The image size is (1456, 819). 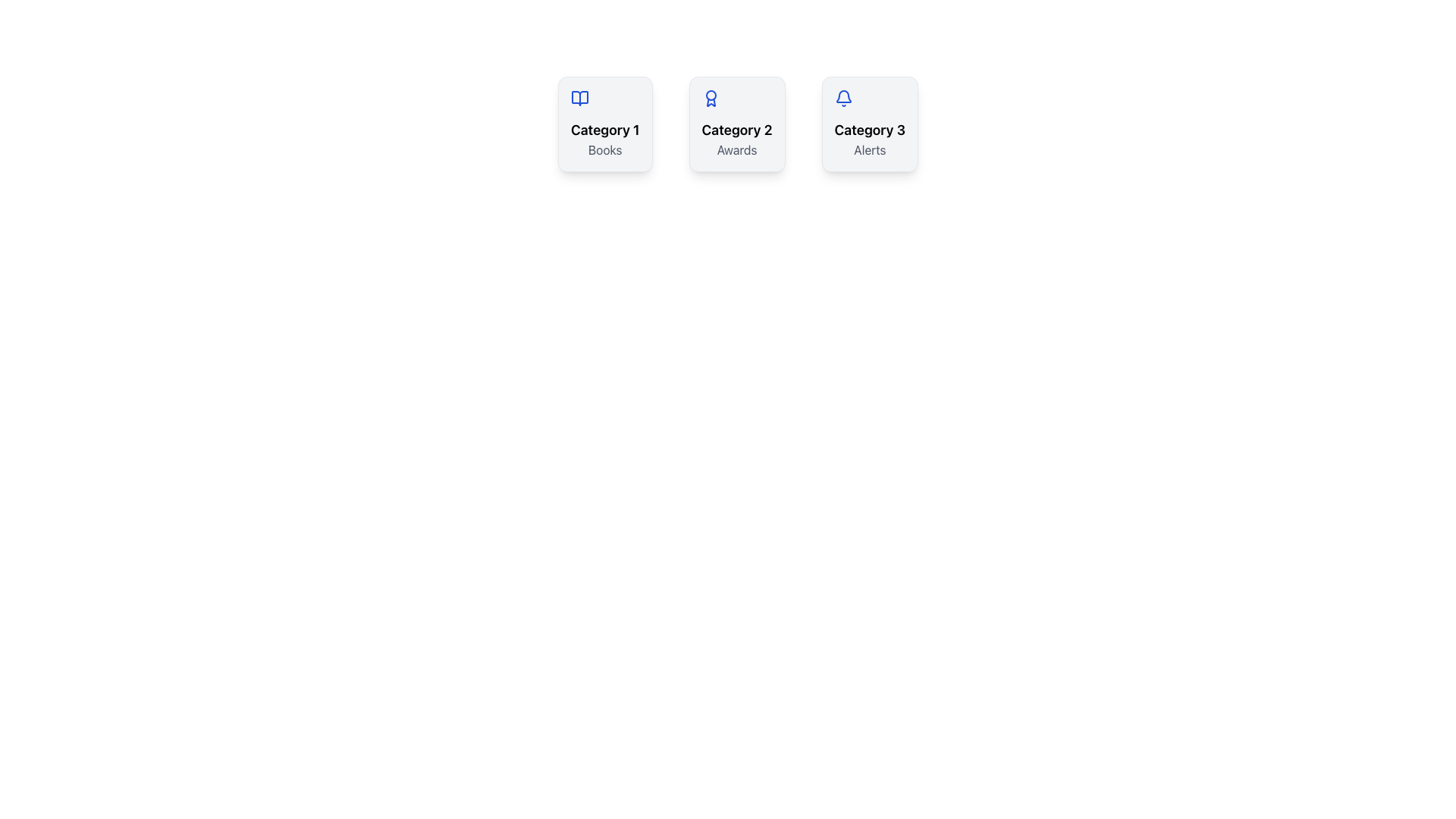 What do you see at coordinates (579, 99) in the screenshot?
I see `the small blue icon representing an open book located at the top of the card labeled 'Category 1'` at bounding box center [579, 99].